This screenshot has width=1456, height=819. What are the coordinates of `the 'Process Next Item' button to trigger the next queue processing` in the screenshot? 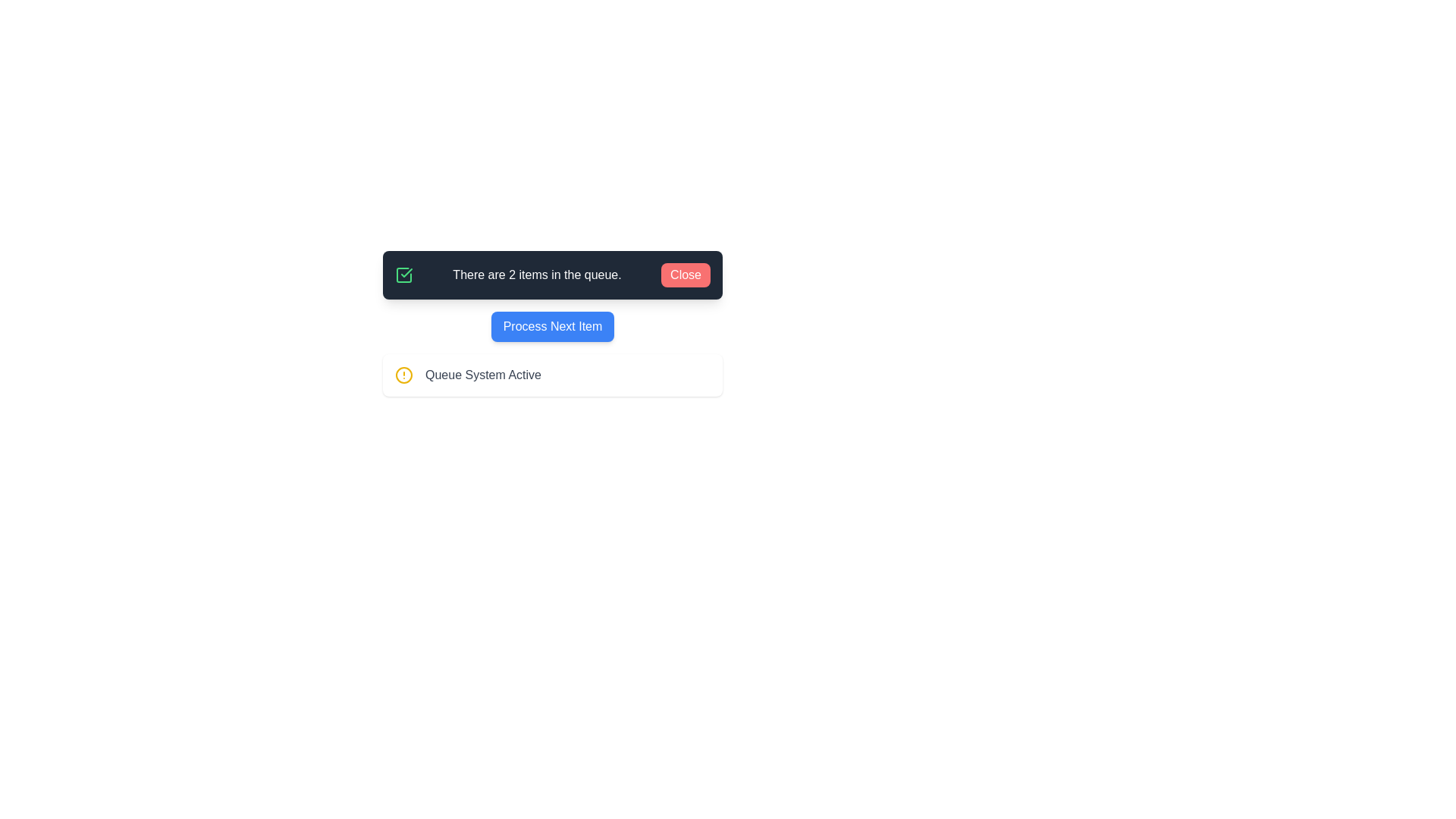 It's located at (552, 326).